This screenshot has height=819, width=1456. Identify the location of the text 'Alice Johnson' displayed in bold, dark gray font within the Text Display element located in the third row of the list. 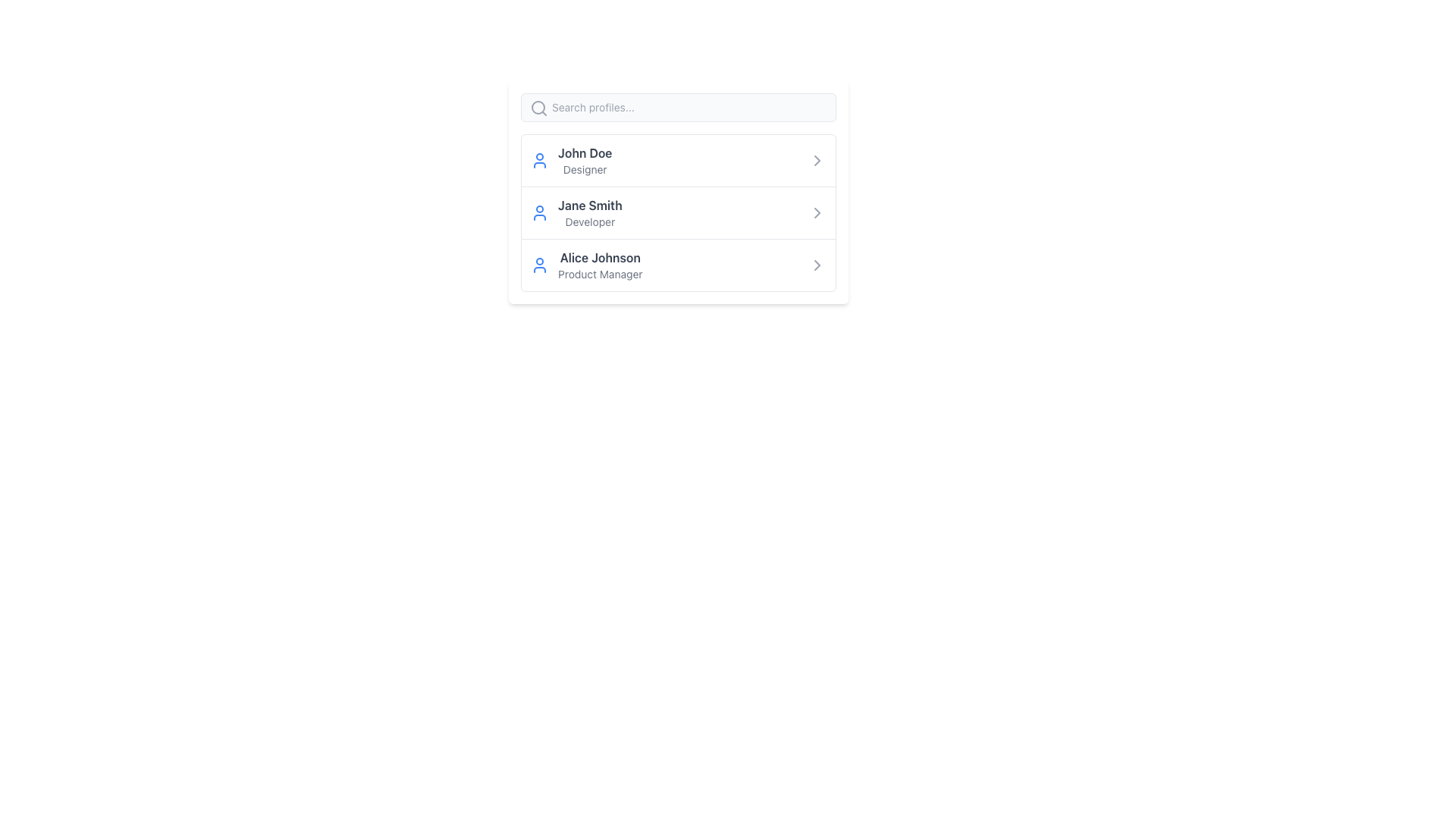
(599, 265).